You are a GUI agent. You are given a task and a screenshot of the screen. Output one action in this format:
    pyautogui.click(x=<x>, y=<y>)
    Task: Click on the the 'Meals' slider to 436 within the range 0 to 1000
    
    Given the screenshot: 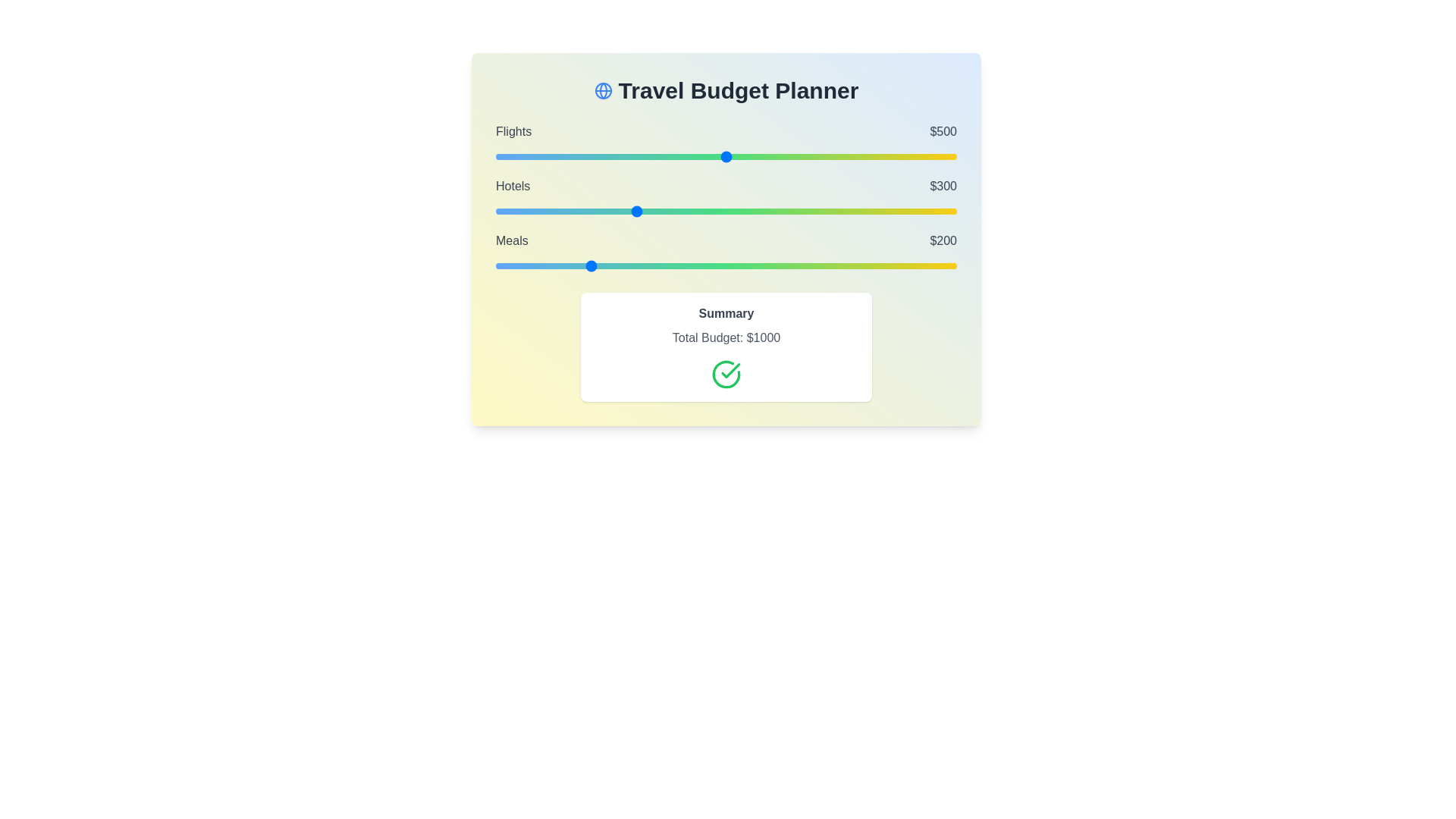 What is the action you would take?
    pyautogui.click(x=696, y=265)
    